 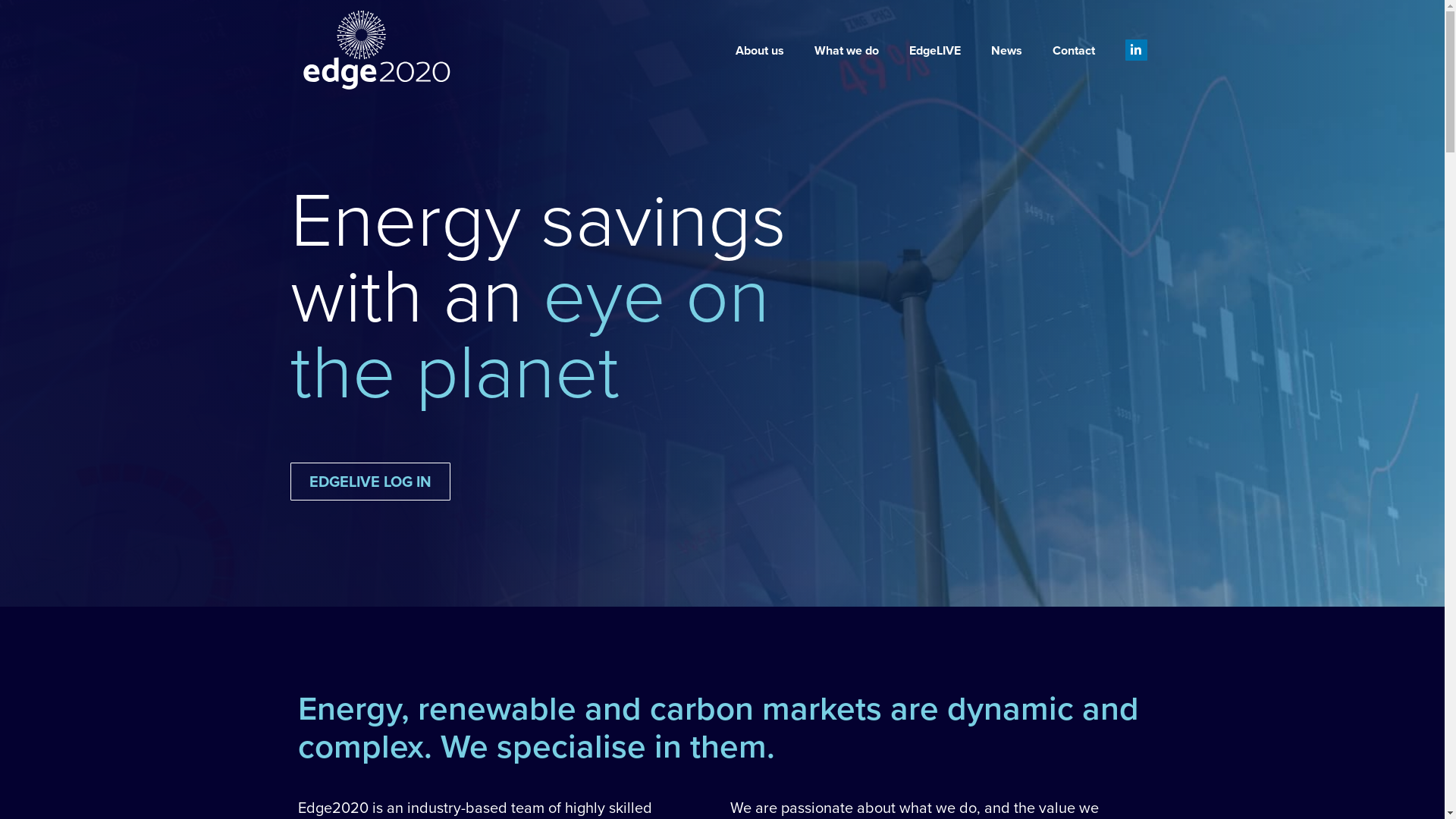 I want to click on 'Contact', so click(x=1073, y=49).